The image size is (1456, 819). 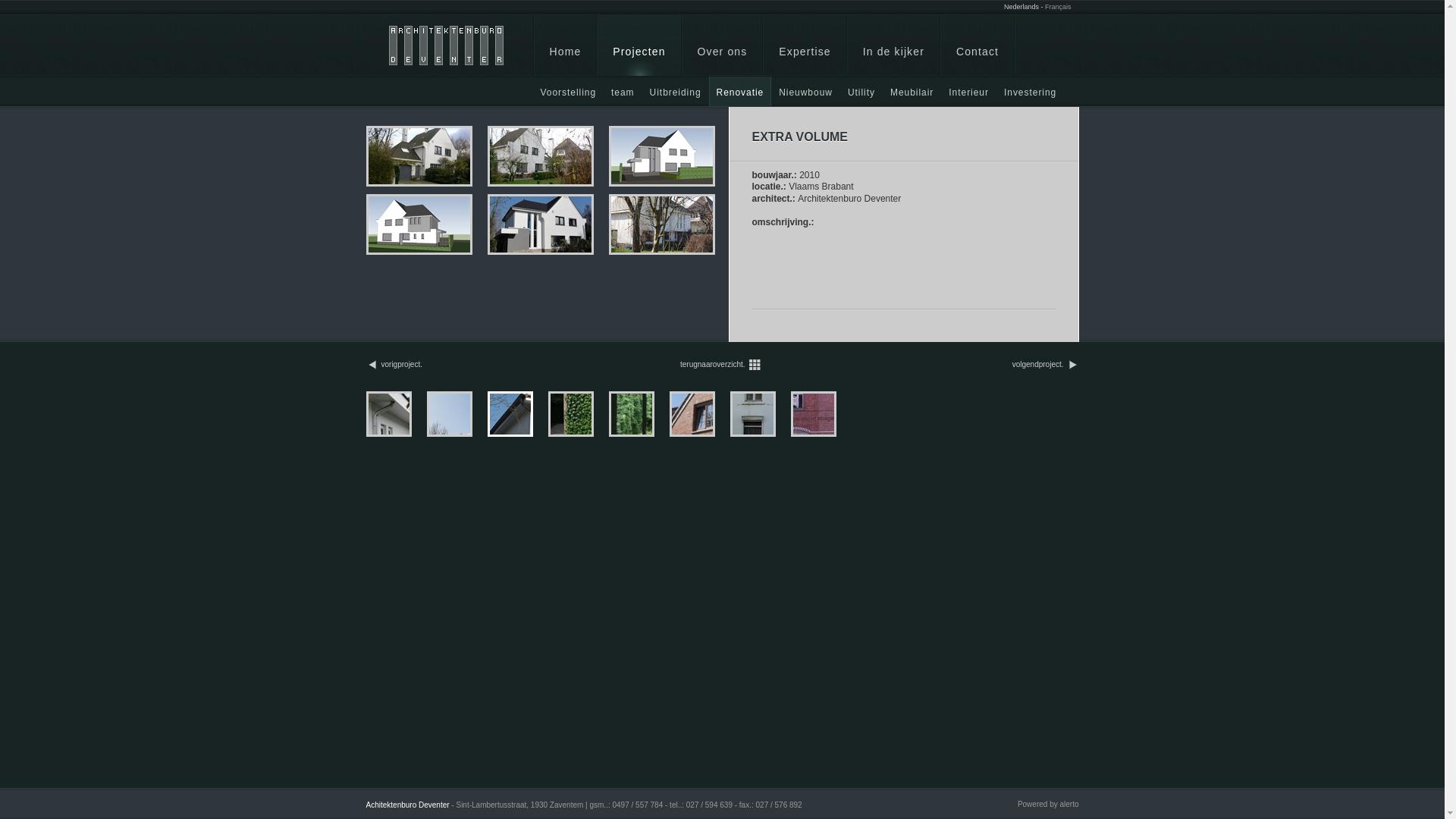 I want to click on 'Contact', so click(x=977, y=45).